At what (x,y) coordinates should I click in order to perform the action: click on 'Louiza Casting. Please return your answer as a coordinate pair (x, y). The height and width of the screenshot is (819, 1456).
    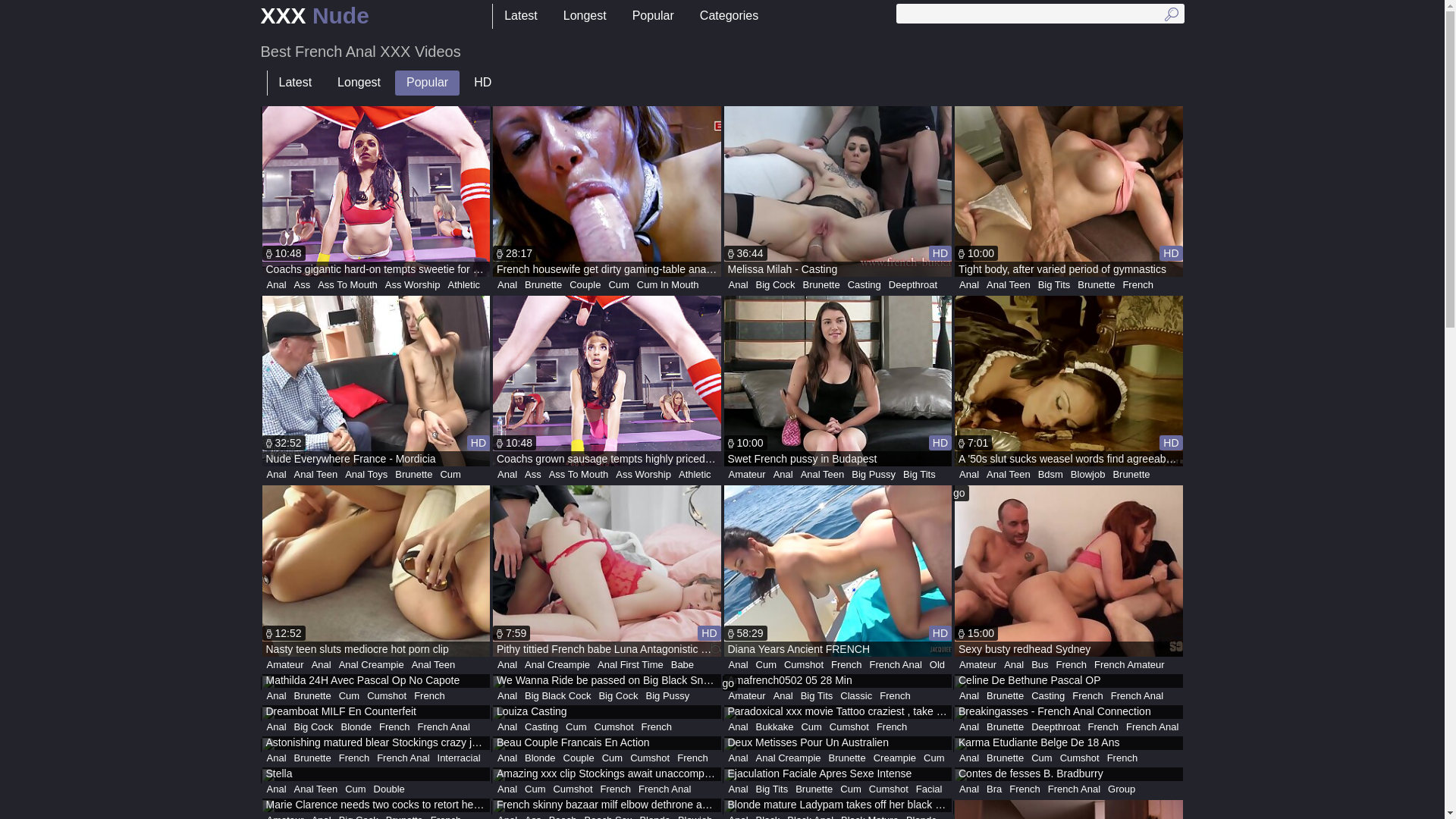
    Looking at the image, I should click on (607, 713).